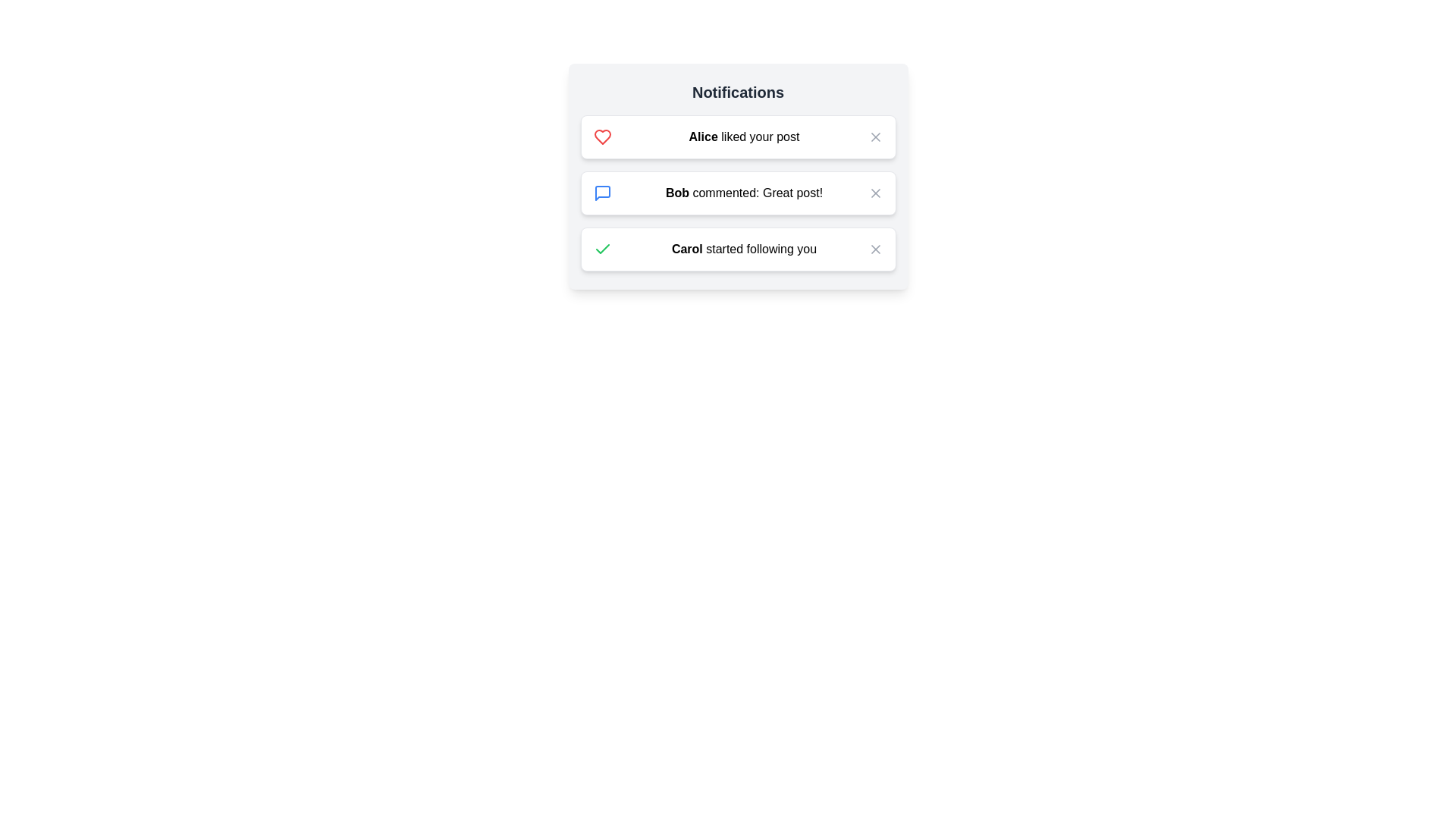 The image size is (1456, 819). I want to click on the 'X' icon, so click(875, 137).